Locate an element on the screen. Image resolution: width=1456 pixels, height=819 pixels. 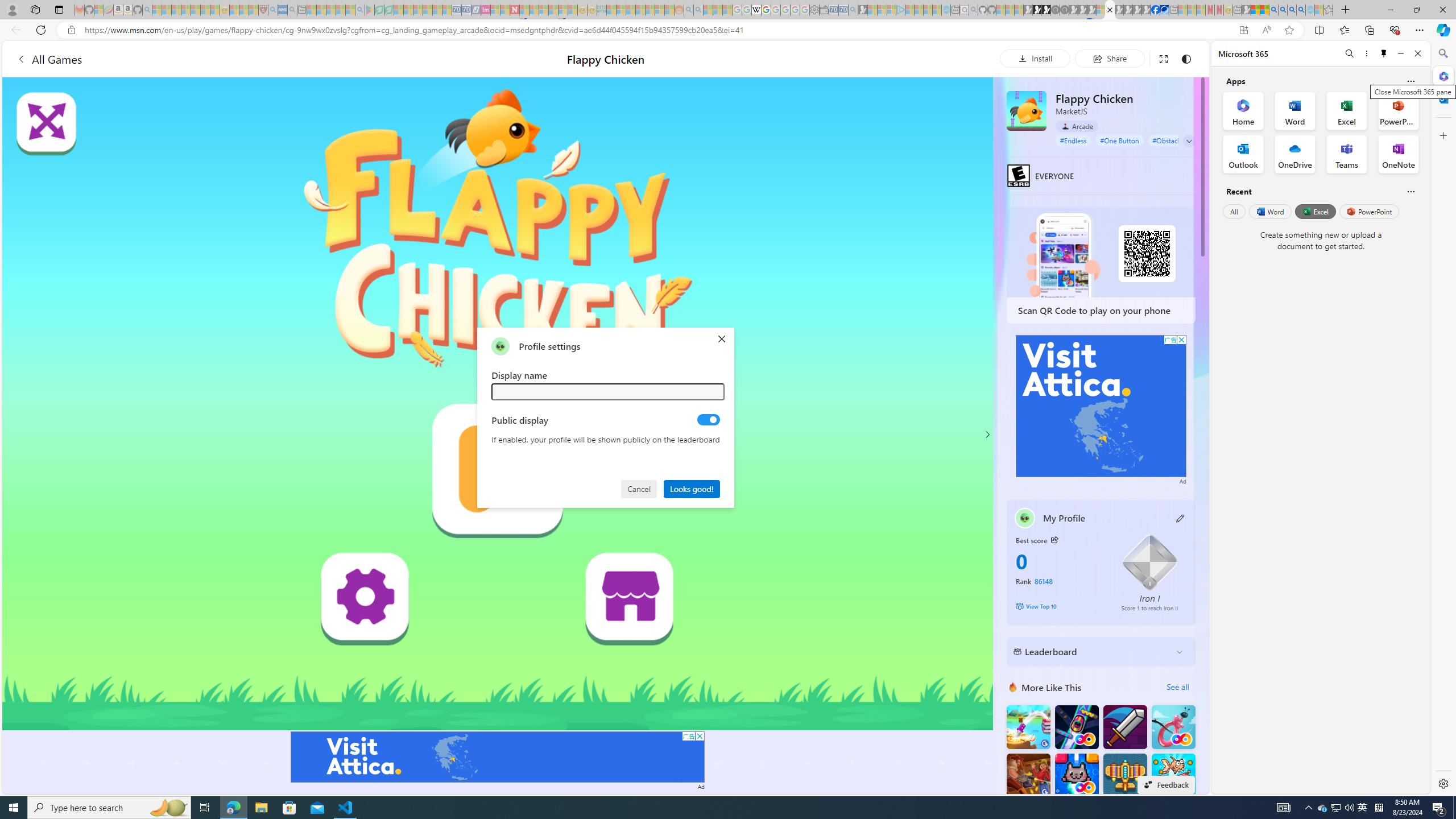
'Settings - Sleeping' is located at coordinates (814, 9).